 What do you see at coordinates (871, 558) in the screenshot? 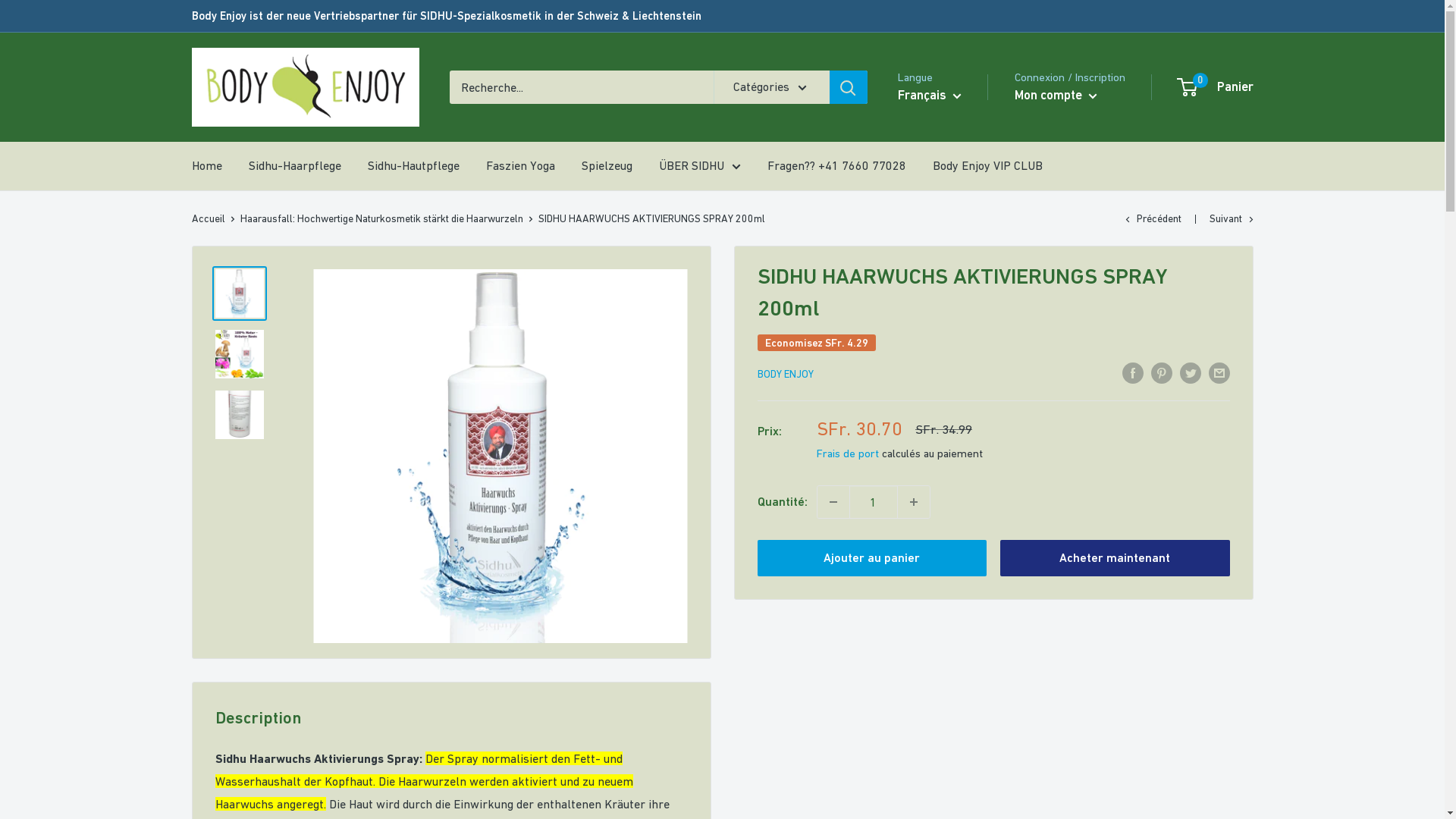
I see `'Ajouter au panier'` at bounding box center [871, 558].